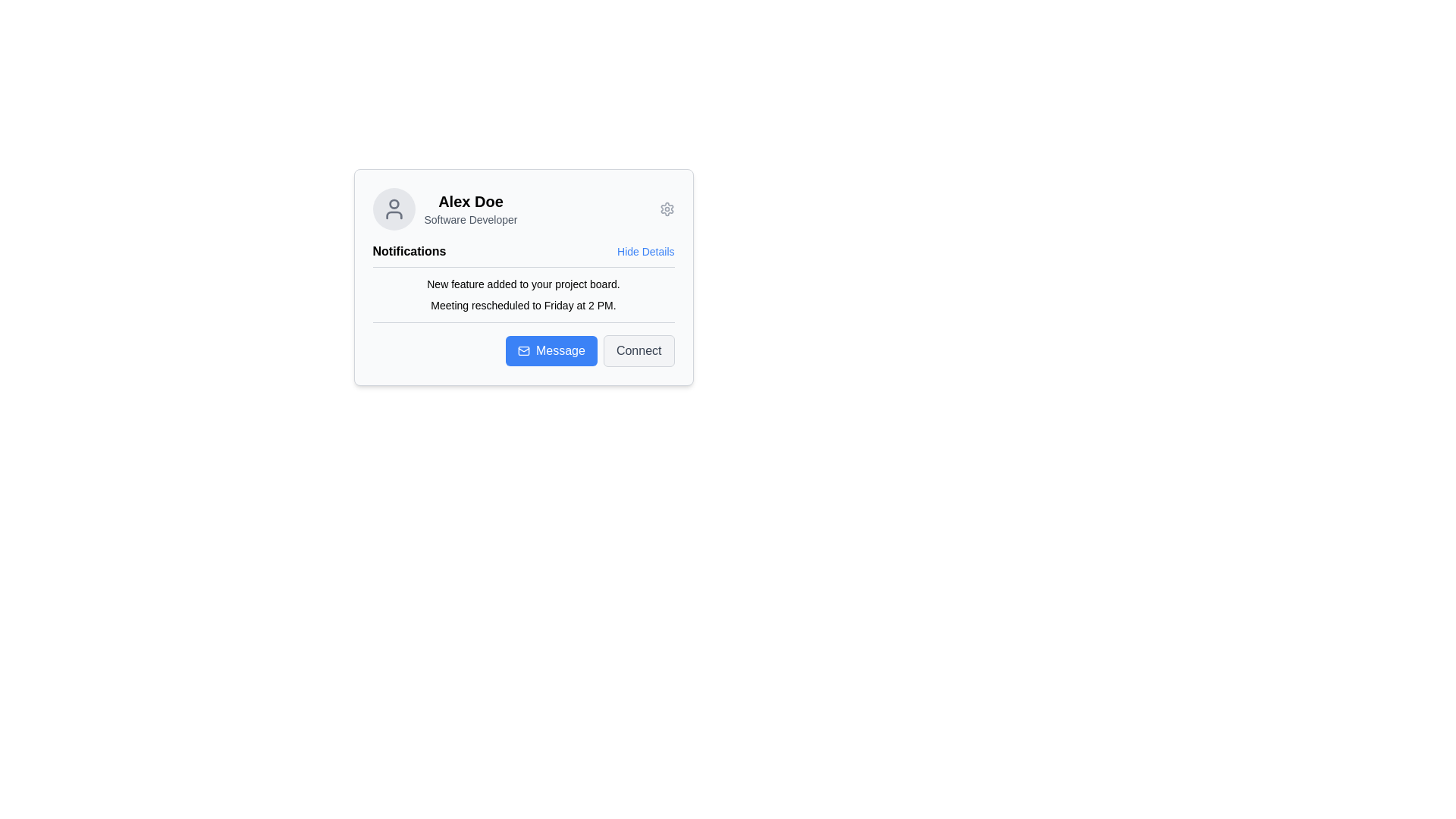 The height and width of the screenshot is (819, 1456). What do you see at coordinates (444, 209) in the screenshot?
I see `the Profile card header that displays the user's name and role, located at the top-left corner of the notification card, adjacent to a settings icon` at bounding box center [444, 209].